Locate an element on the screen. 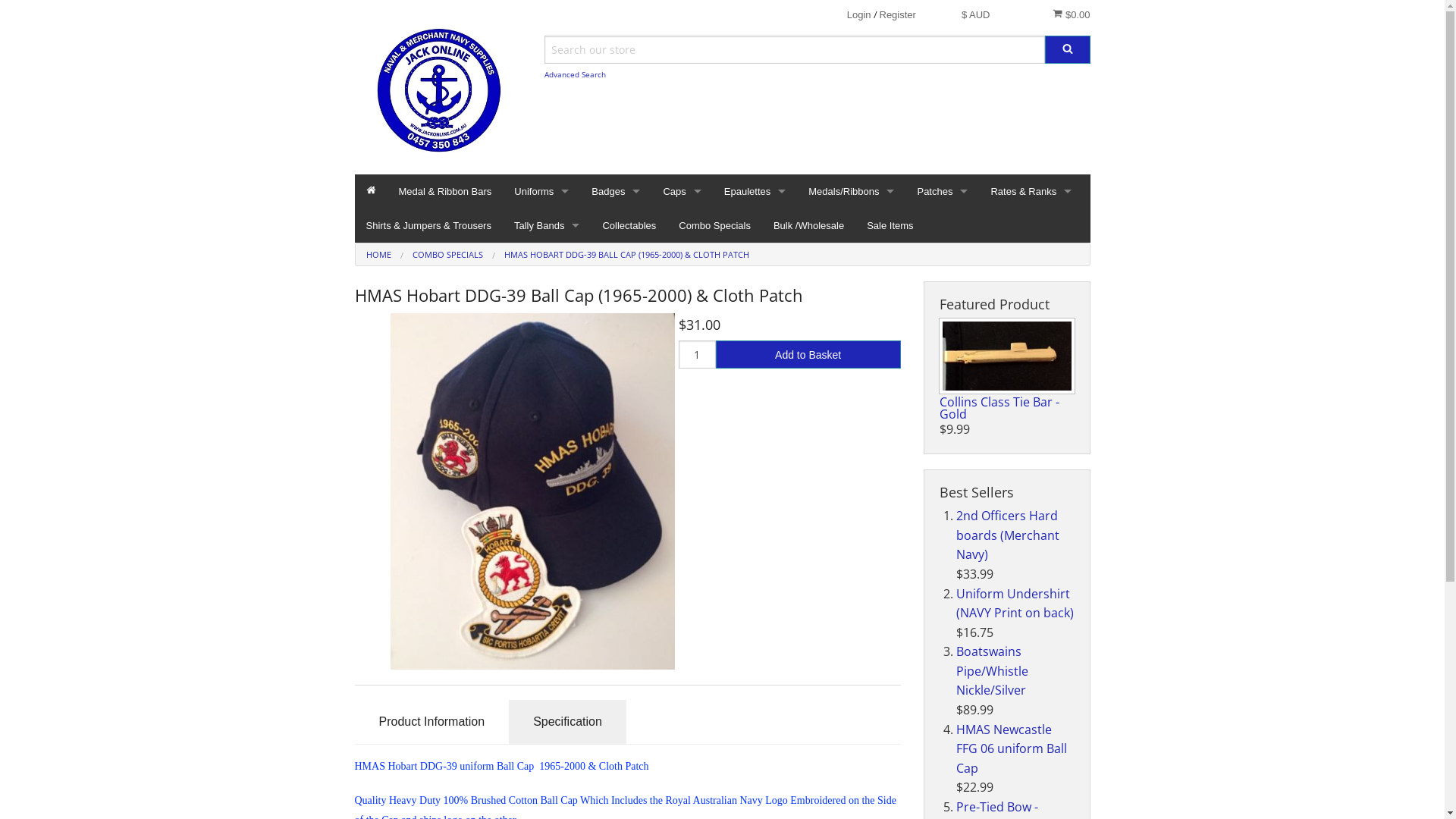 The height and width of the screenshot is (819, 1456). 'ID Holders' is located at coordinates (541, 380).